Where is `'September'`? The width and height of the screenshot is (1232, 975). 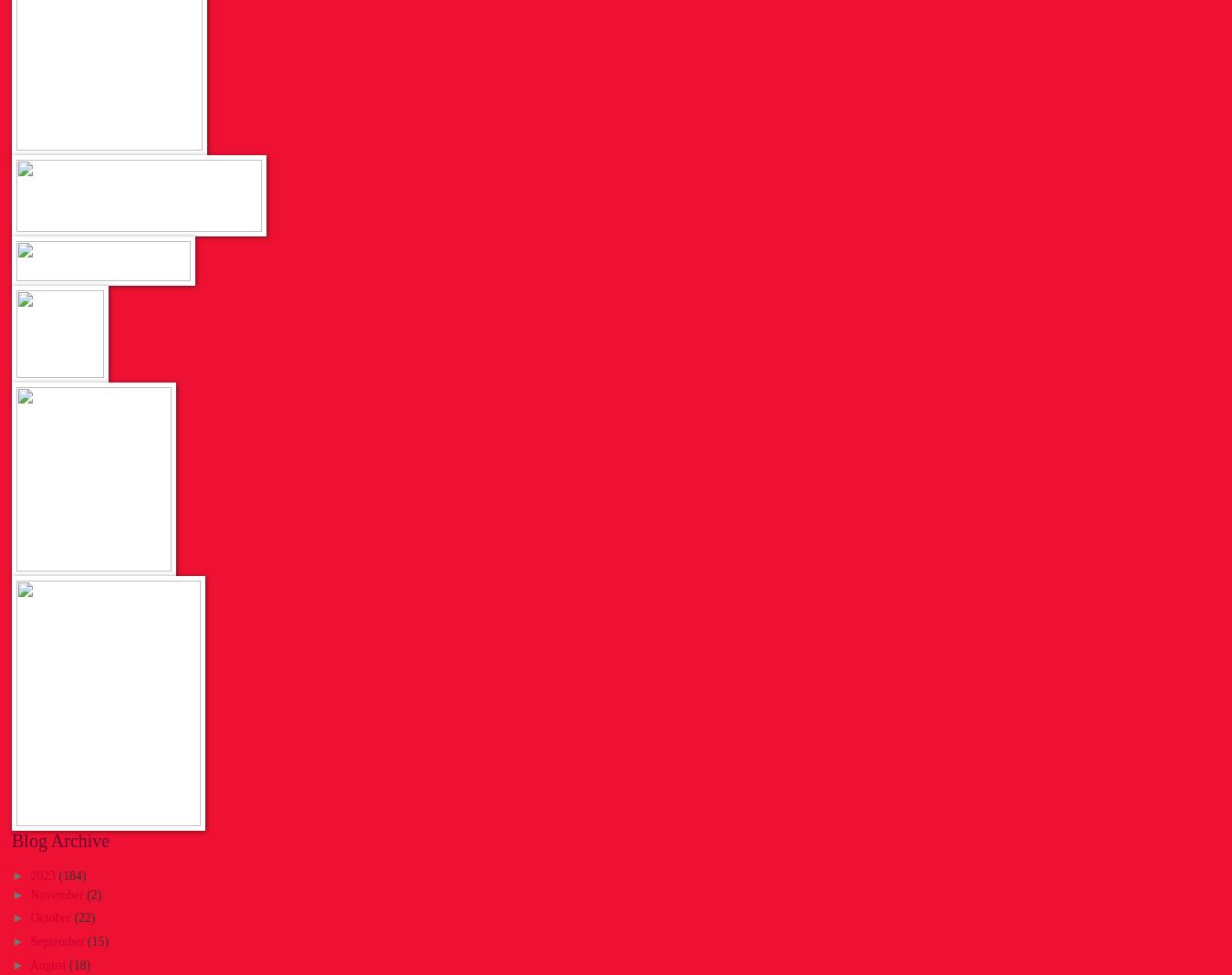 'September' is located at coordinates (57, 940).